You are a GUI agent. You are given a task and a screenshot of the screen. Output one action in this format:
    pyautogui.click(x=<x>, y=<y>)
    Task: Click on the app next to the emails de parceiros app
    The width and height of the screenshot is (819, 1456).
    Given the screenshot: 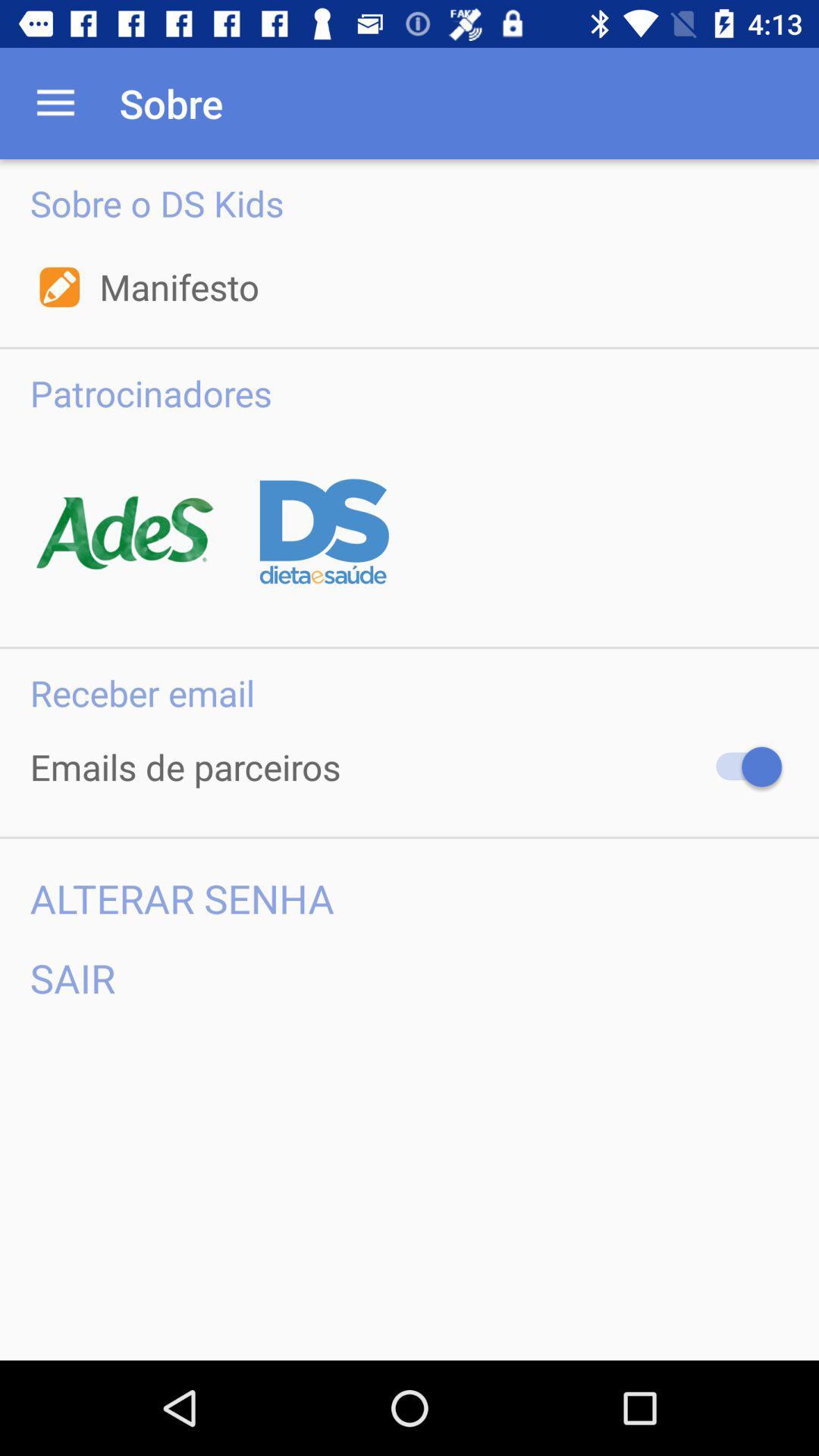 What is the action you would take?
    pyautogui.click(x=741, y=767)
    